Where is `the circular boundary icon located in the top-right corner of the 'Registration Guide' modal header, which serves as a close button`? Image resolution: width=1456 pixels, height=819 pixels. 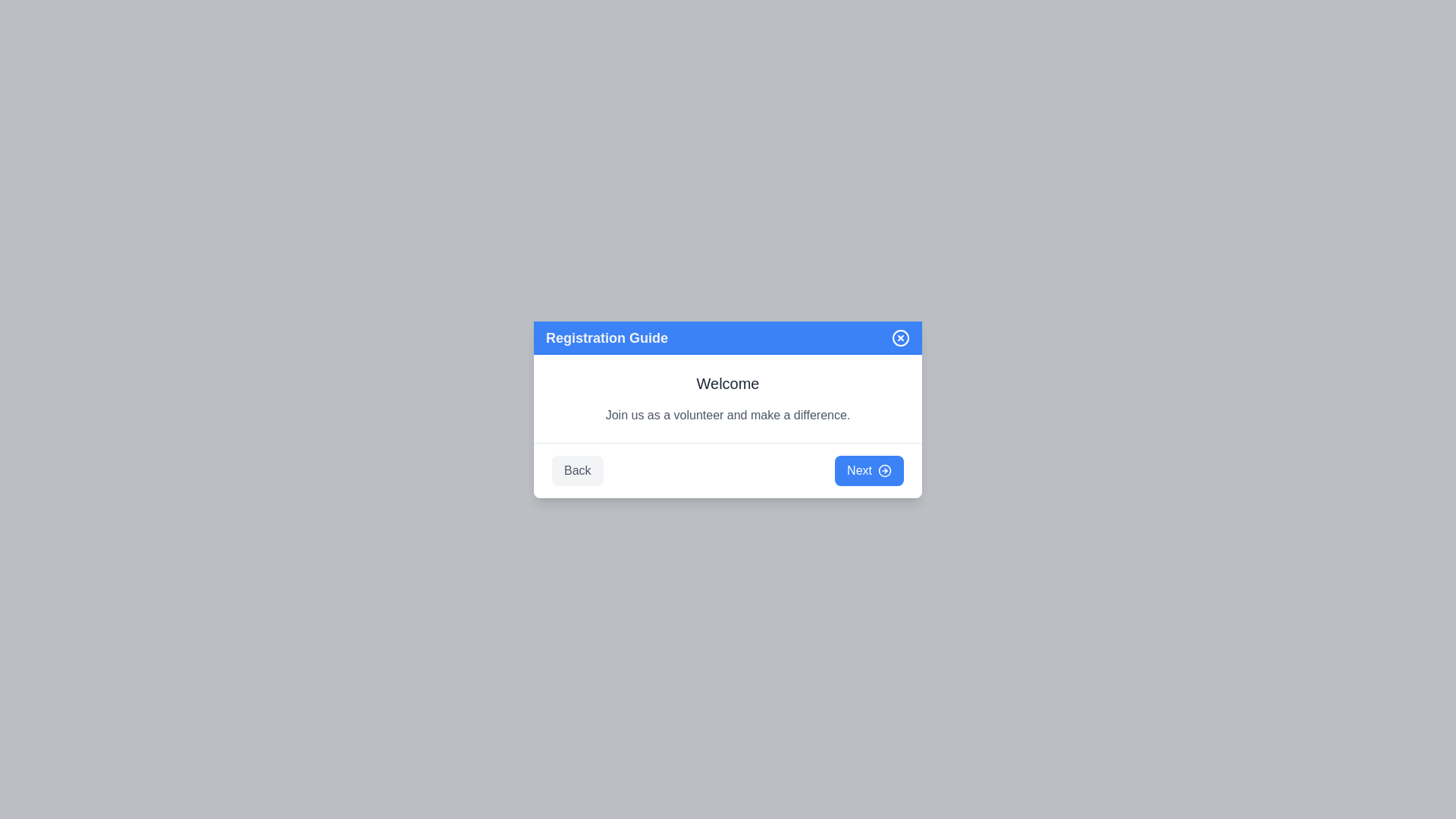
the circular boundary icon located in the top-right corner of the 'Registration Guide' modal header, which serves as a close button is located at coordinates (901, 337).